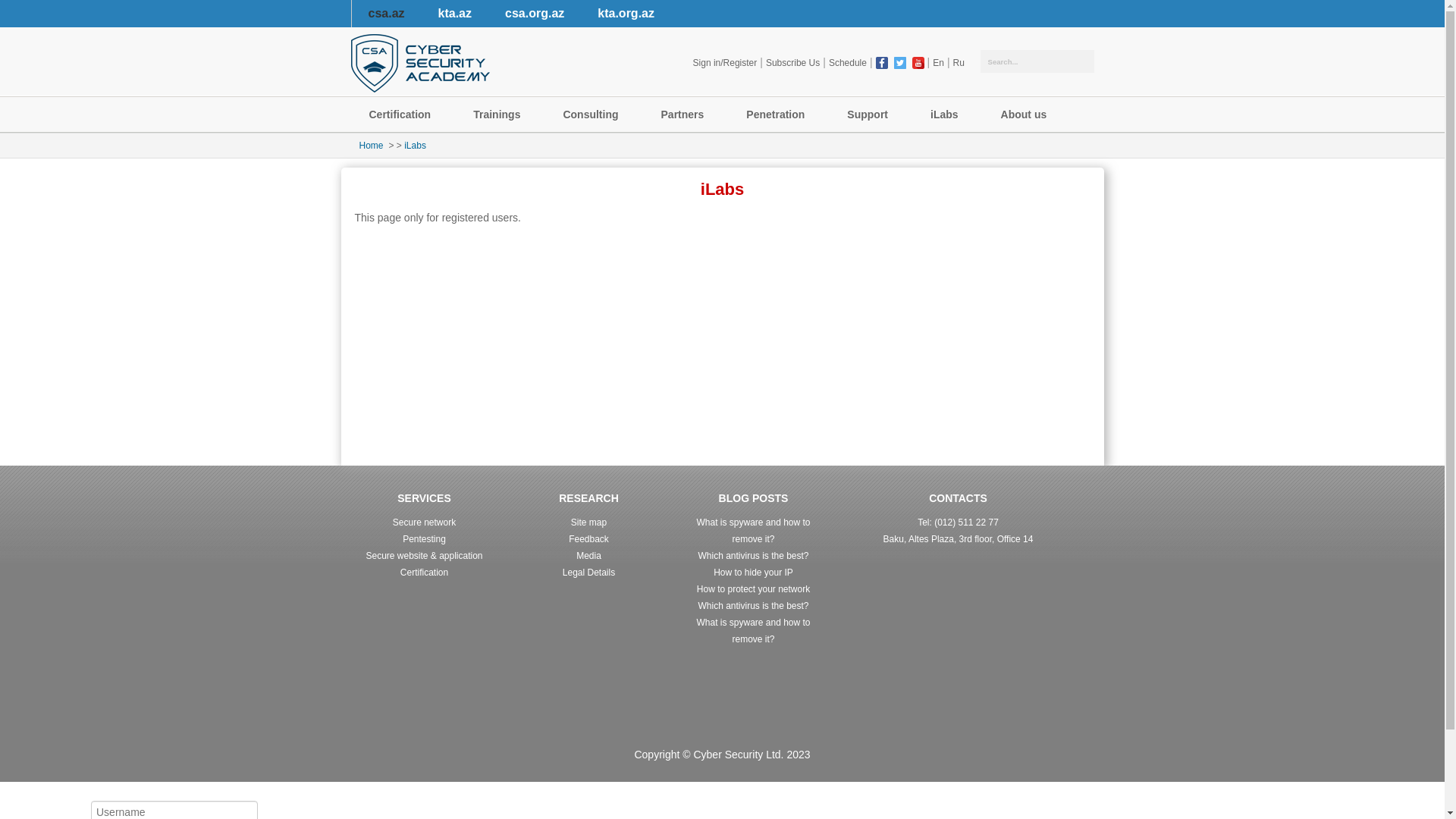  Describe the element at coordinates (1027, 114) in the screenshot. I see `'About us'` at that location.